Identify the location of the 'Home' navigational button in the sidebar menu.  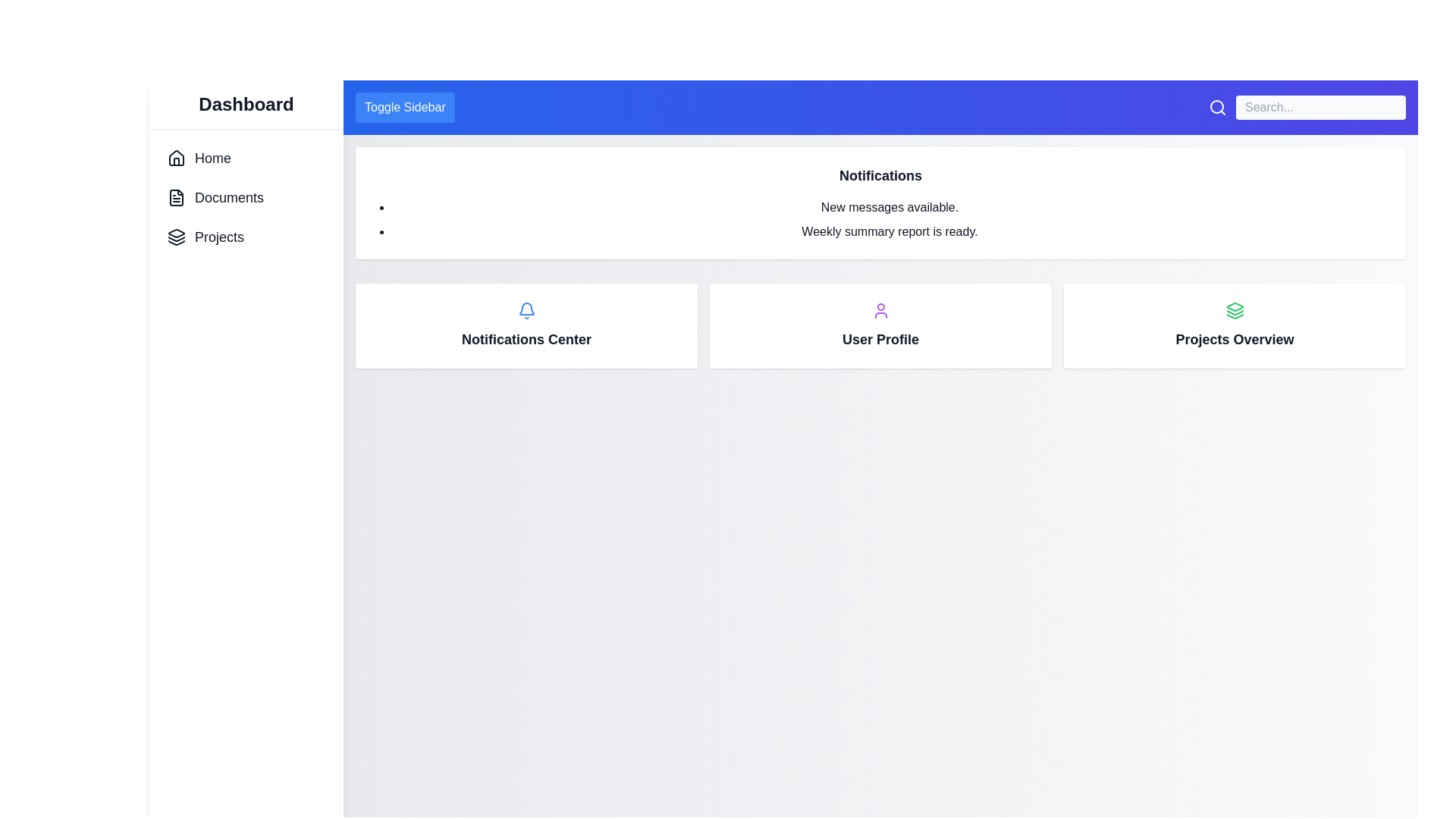
(199, 158).